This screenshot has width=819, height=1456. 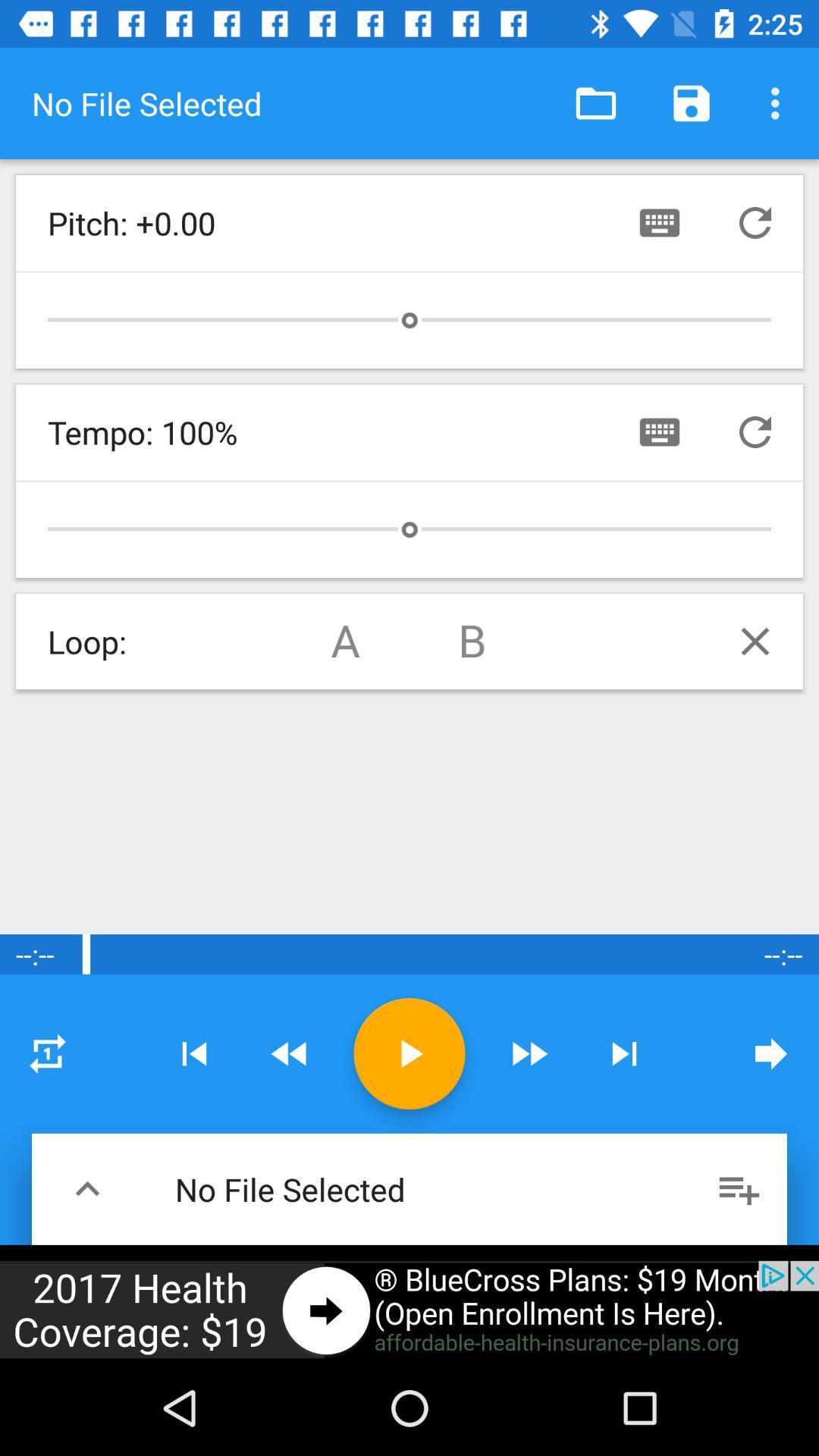 What do you see at coordinates (659, 221) in the screenshot?
I see `contact botton` at bounding box center [659, 221].